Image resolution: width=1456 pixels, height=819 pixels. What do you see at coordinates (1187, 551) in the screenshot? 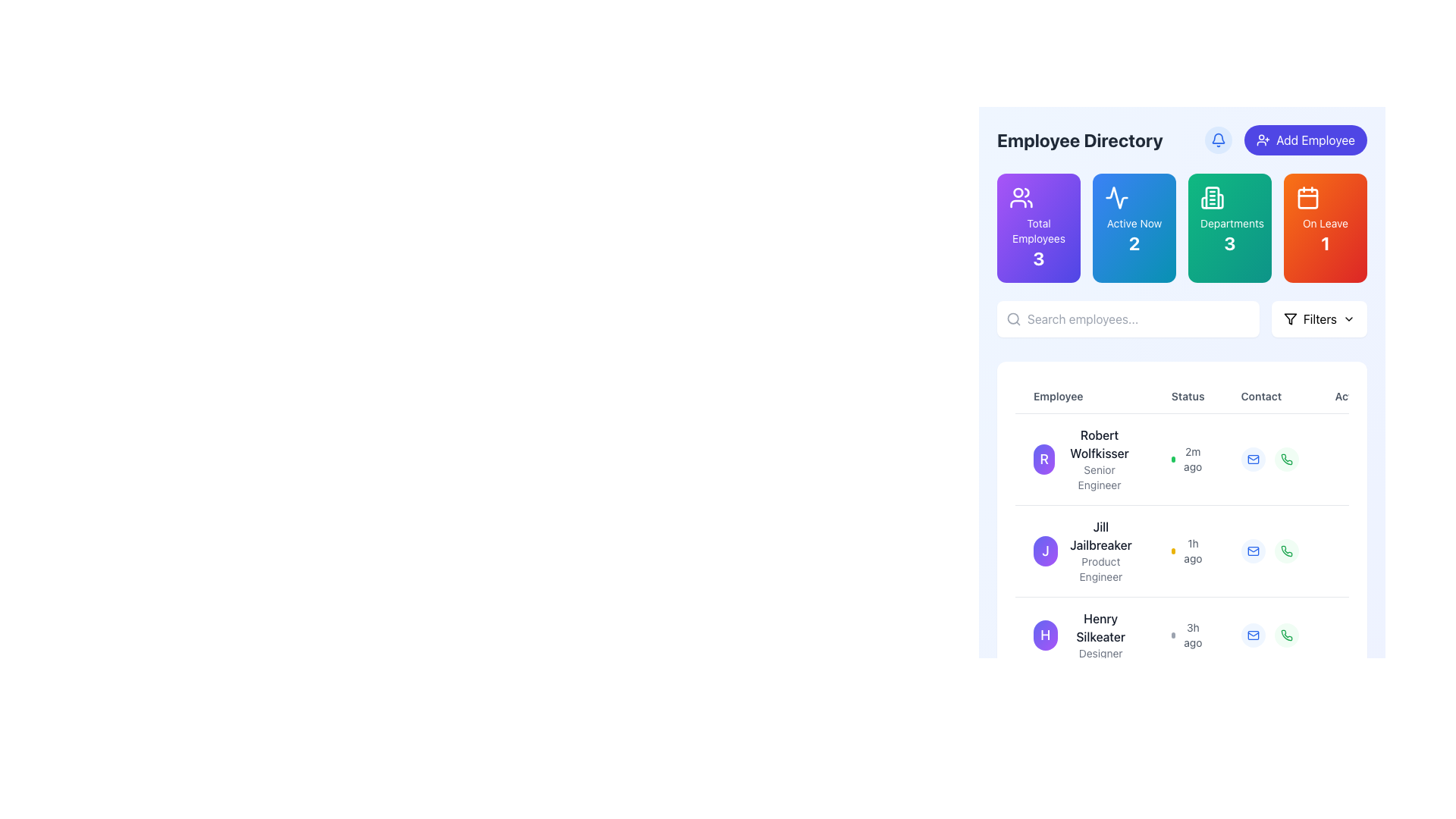
I see `the Timestamp element indicating the time elapsed since user 'Jill Jailbreaker' was active, located in the 'Status' column of the employee directory table, below the employee's name and title` at bounding box center [1187, 551].